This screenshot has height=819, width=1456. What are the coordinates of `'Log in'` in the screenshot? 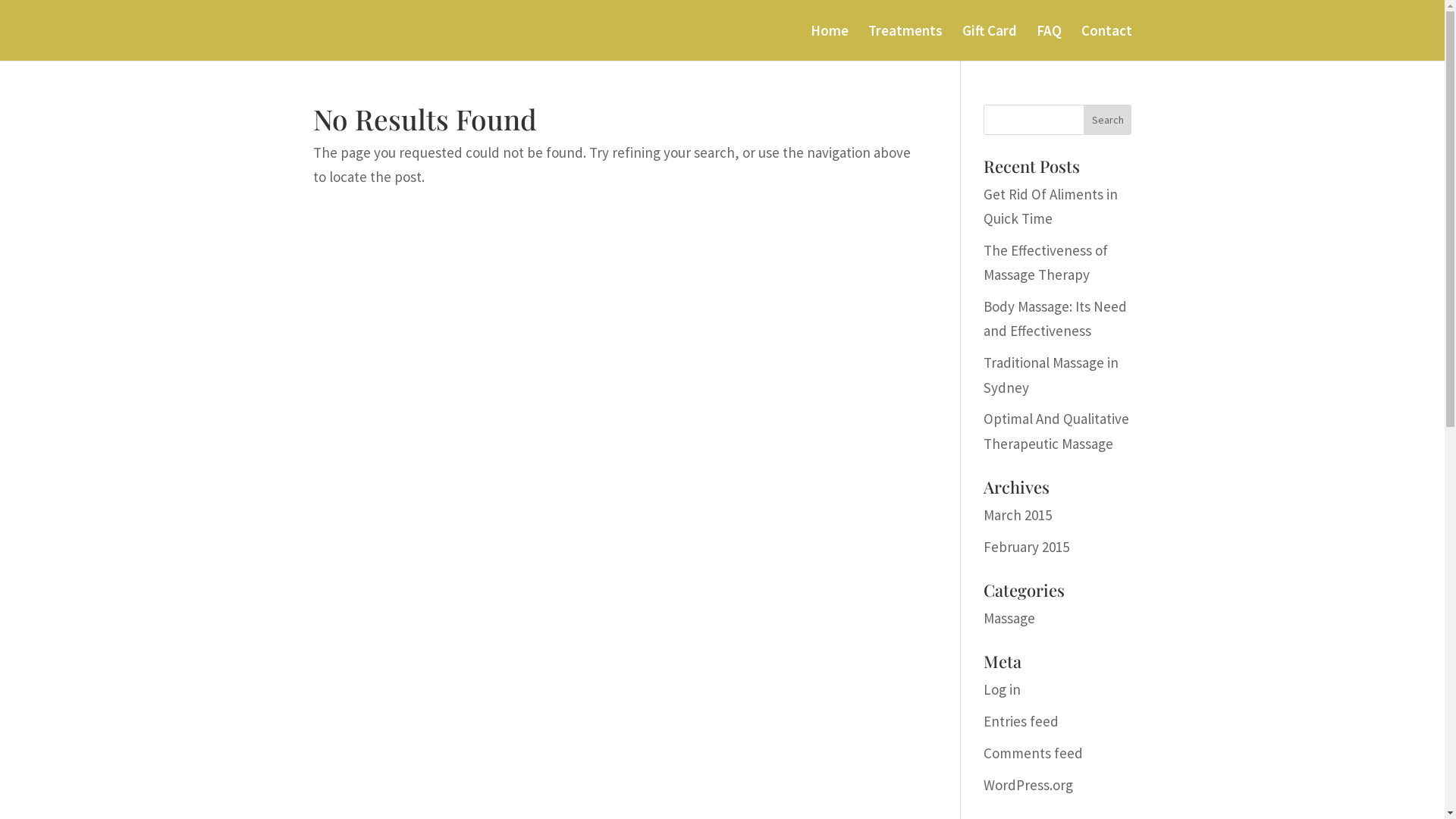 It's located at (1002, 689).